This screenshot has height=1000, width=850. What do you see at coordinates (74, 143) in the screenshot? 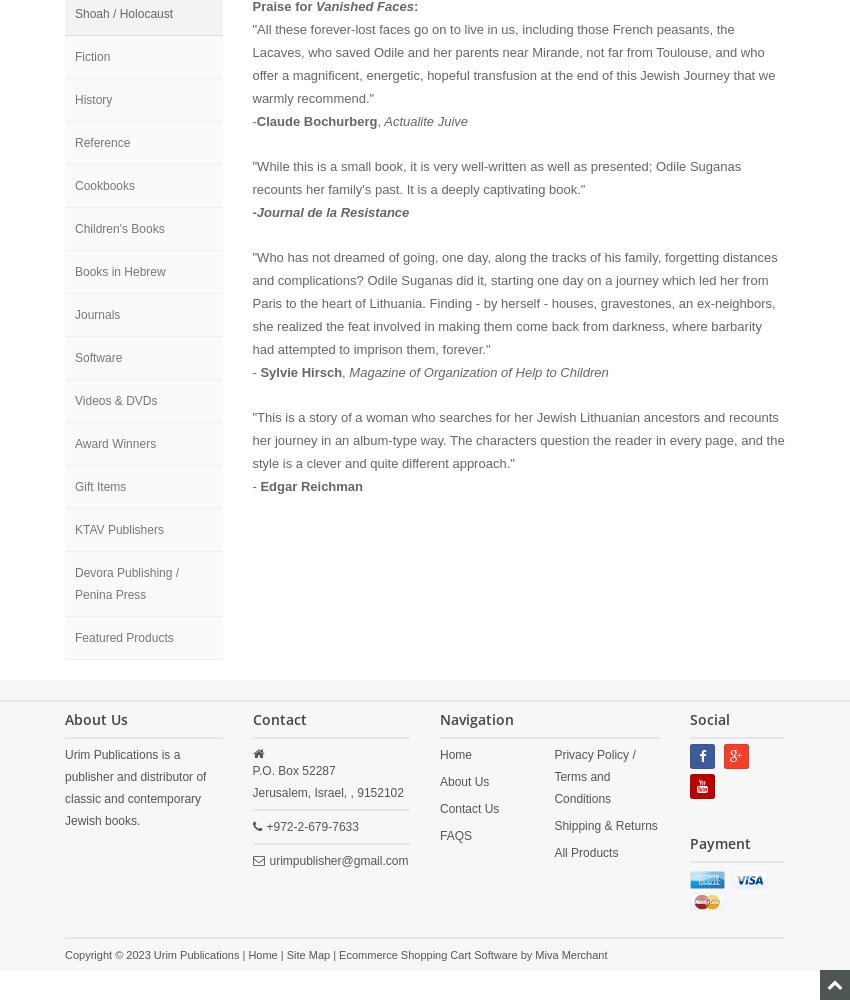
I see `'Reference'` at bounding box center [74, 143].